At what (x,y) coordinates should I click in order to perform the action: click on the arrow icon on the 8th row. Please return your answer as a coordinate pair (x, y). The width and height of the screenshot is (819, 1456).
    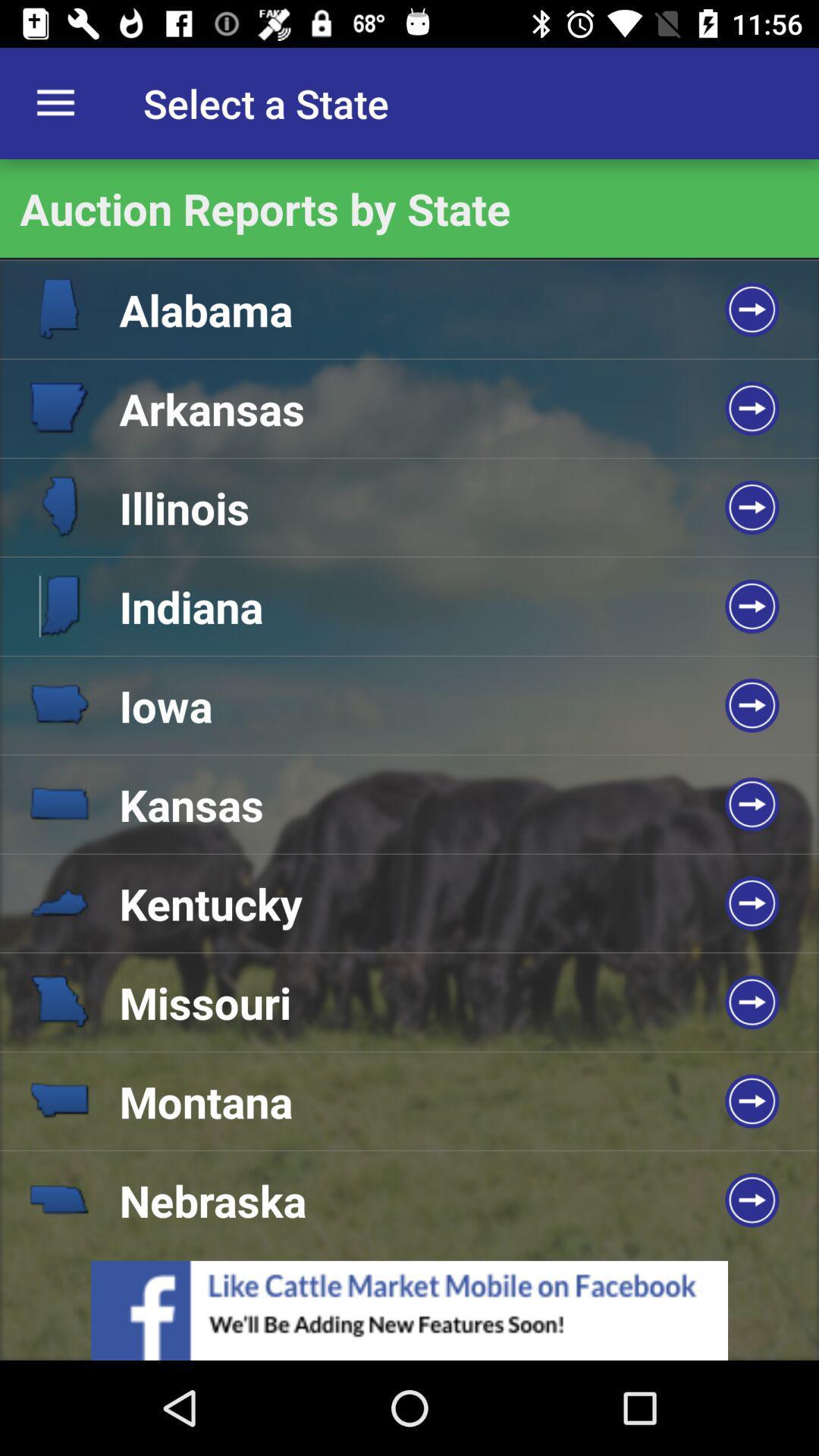
    Looking at the image, I should click on (752, 1101).